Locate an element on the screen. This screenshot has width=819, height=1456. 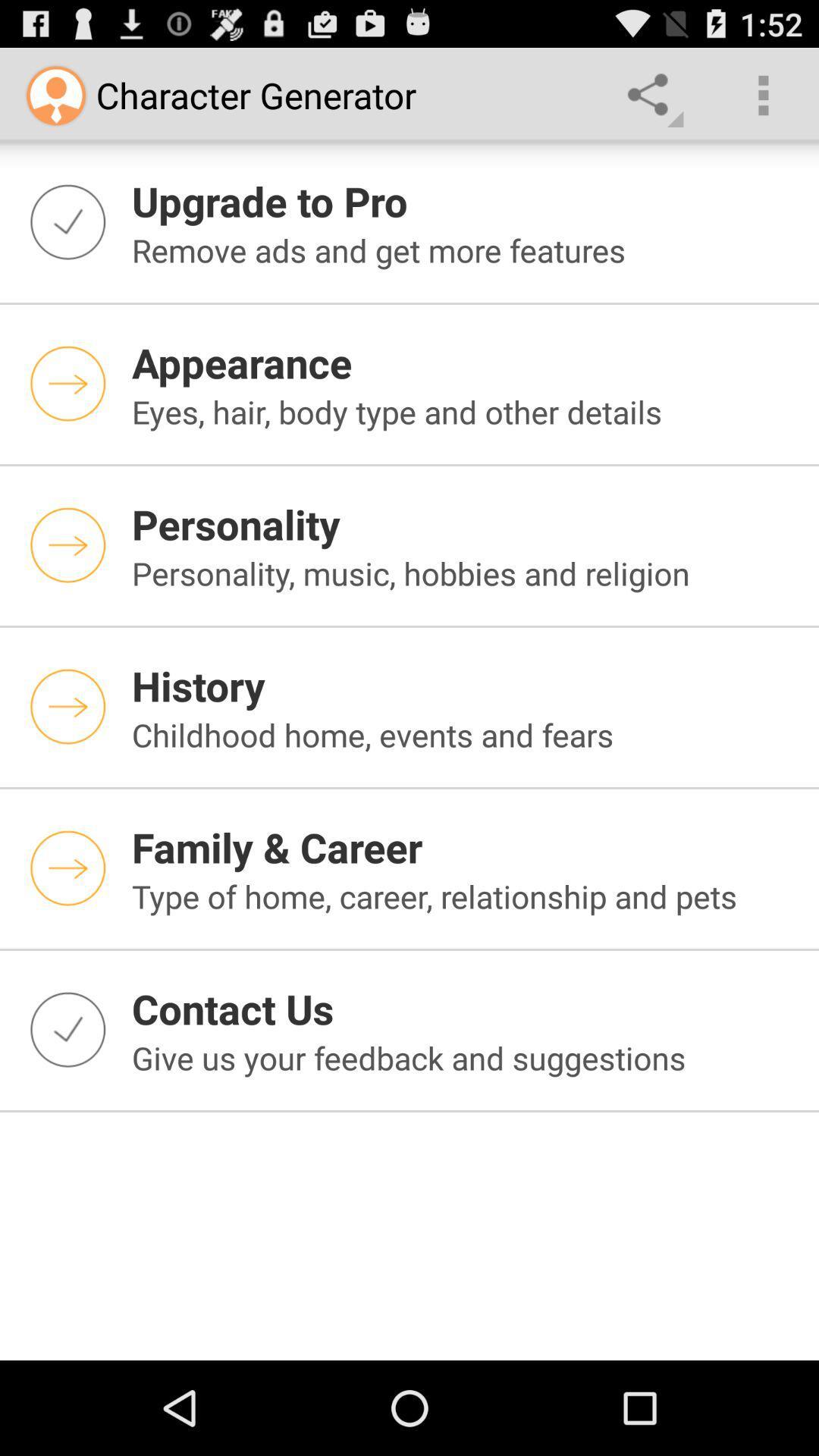
the history item is located at coordinates (465, 685).